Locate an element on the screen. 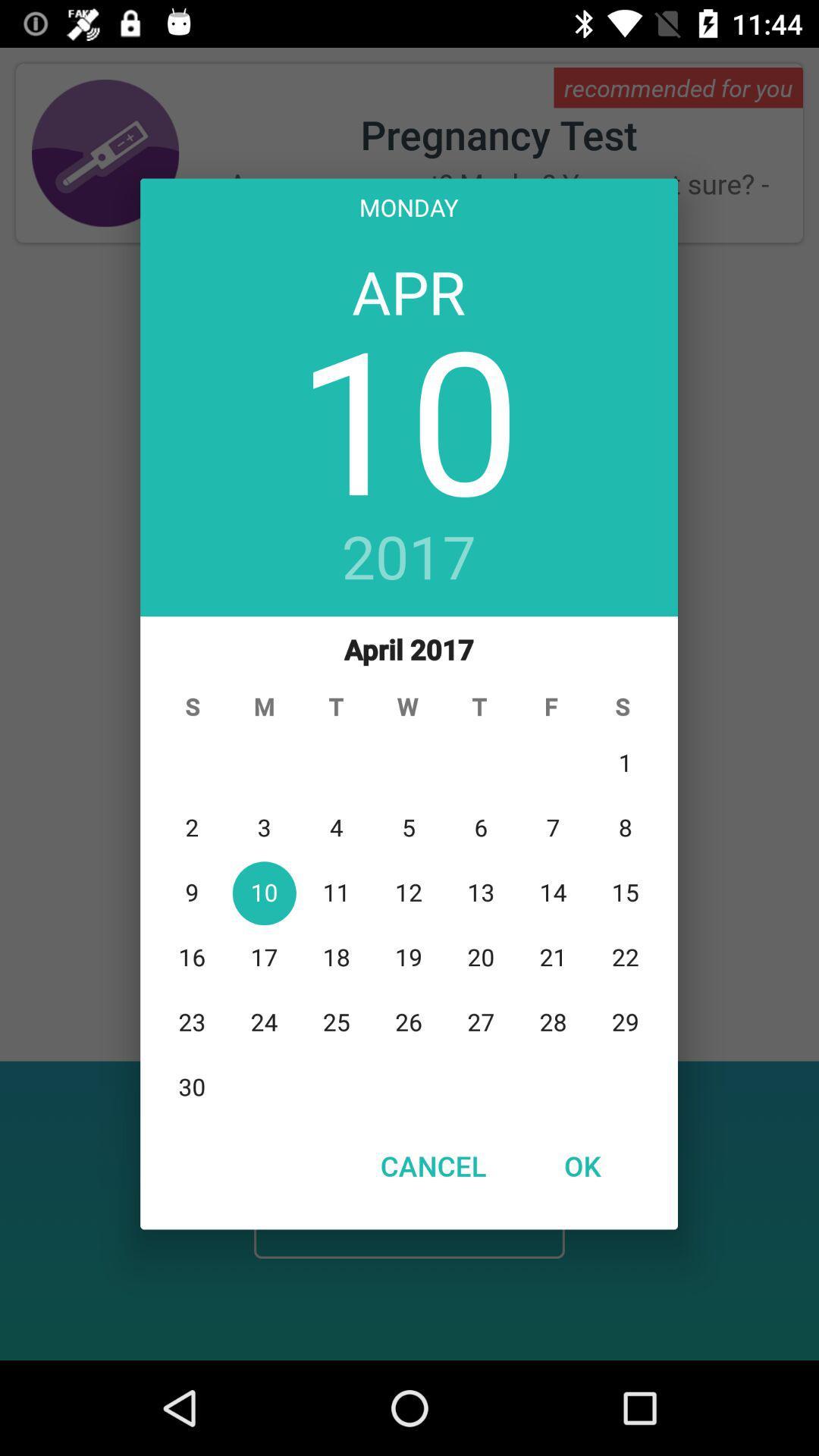 The image size is (819, 1456). ok button is located at coordinates (581, 1165).